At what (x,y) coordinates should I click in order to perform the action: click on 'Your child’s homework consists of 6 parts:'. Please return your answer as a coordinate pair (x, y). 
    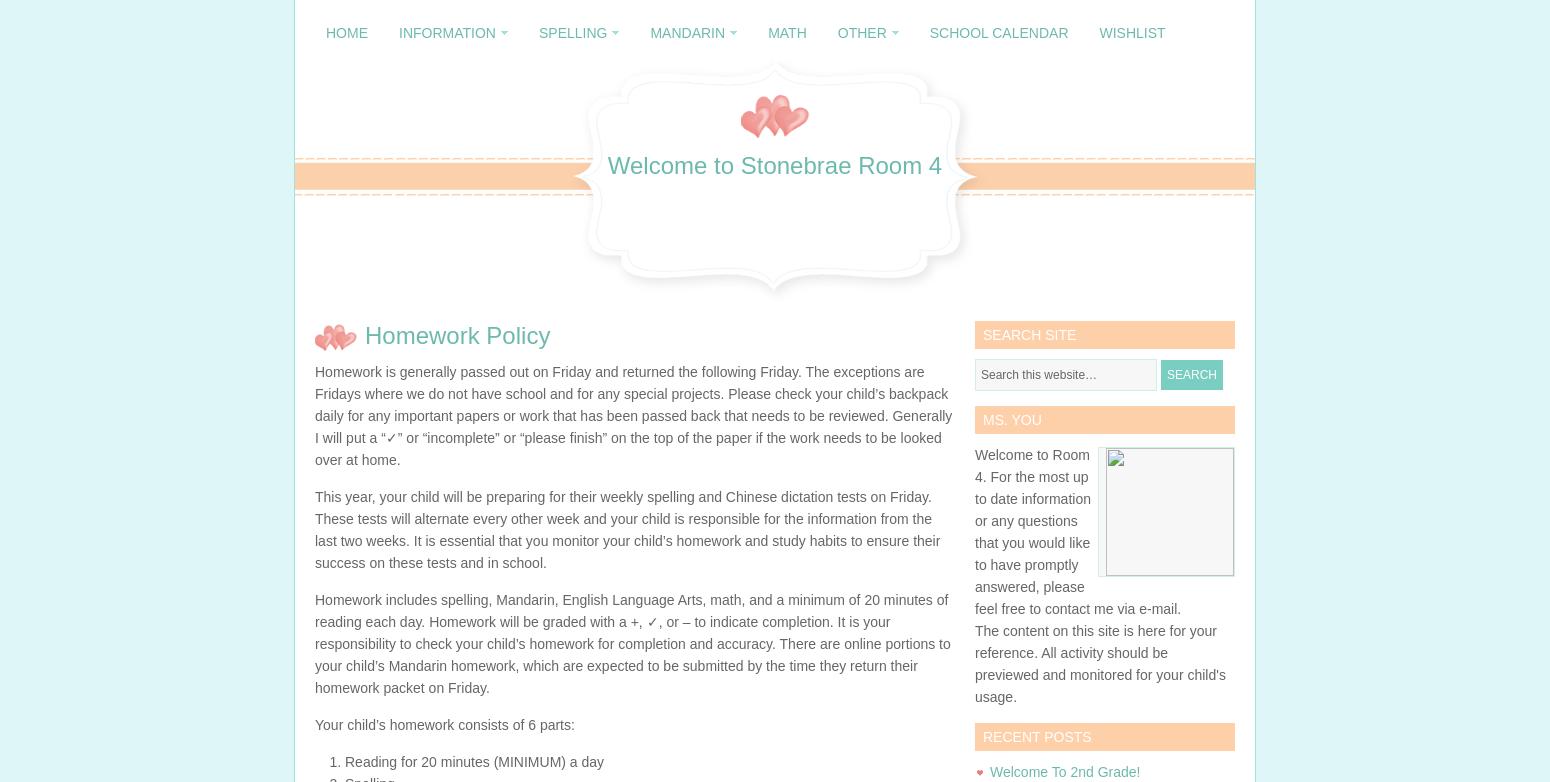
    Looking at the image, I should click on (313, 723).